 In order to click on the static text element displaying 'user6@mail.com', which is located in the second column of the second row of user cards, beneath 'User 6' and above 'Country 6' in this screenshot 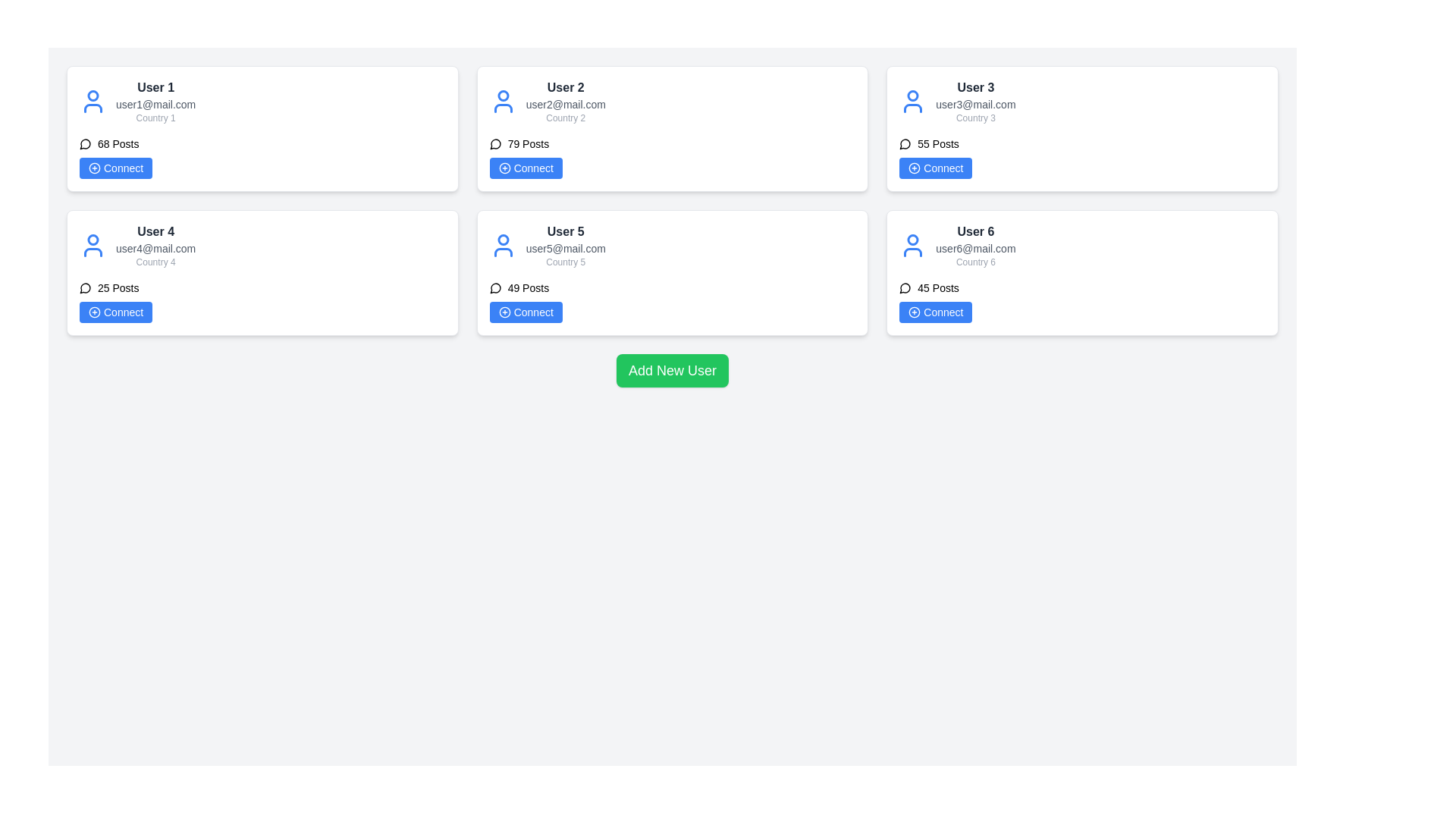, I will do `click(975, 247)`.